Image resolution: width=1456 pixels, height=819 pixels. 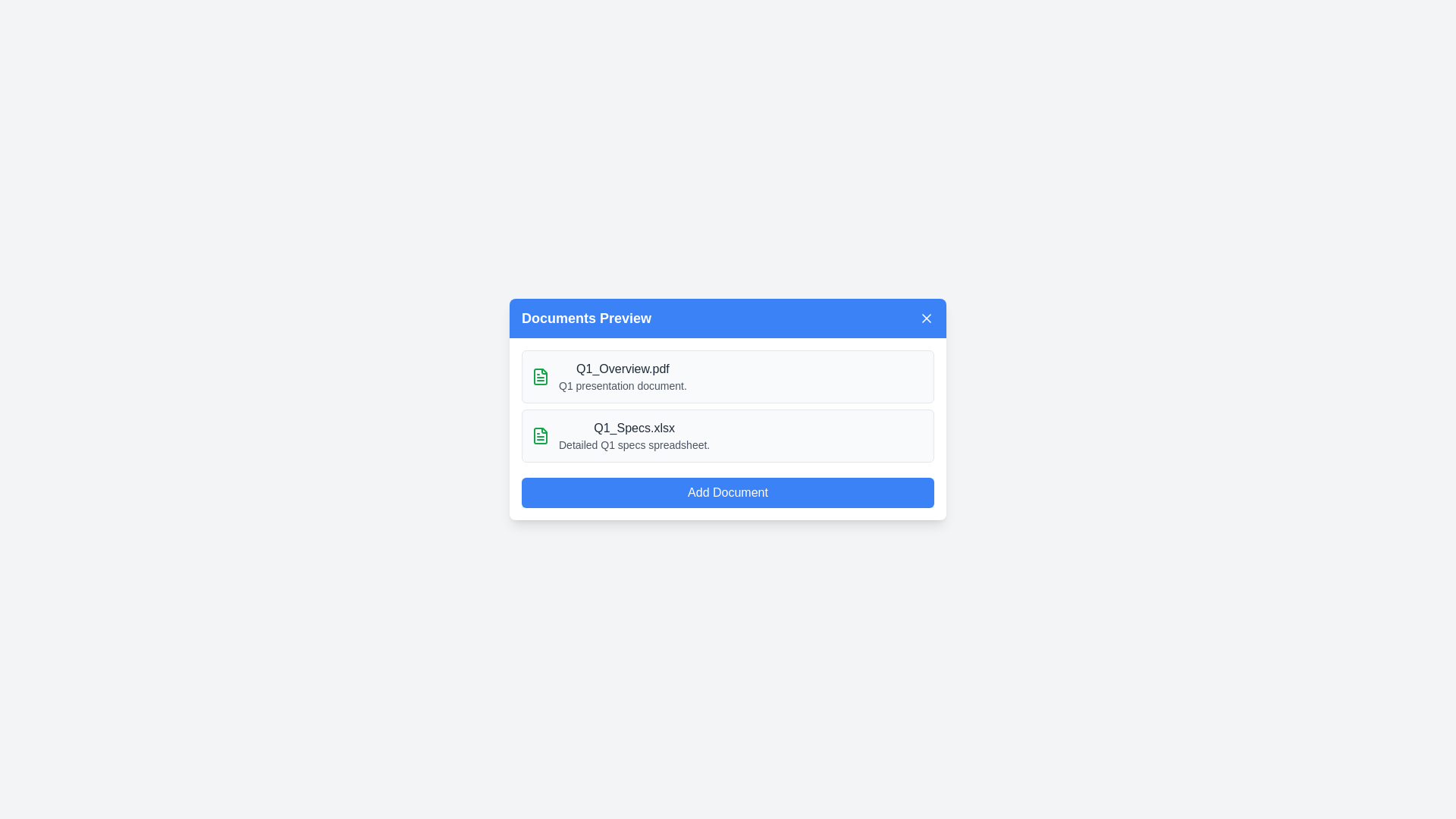 I want to click on the 'X' button to close the dialog, so click(x=926, y=318).